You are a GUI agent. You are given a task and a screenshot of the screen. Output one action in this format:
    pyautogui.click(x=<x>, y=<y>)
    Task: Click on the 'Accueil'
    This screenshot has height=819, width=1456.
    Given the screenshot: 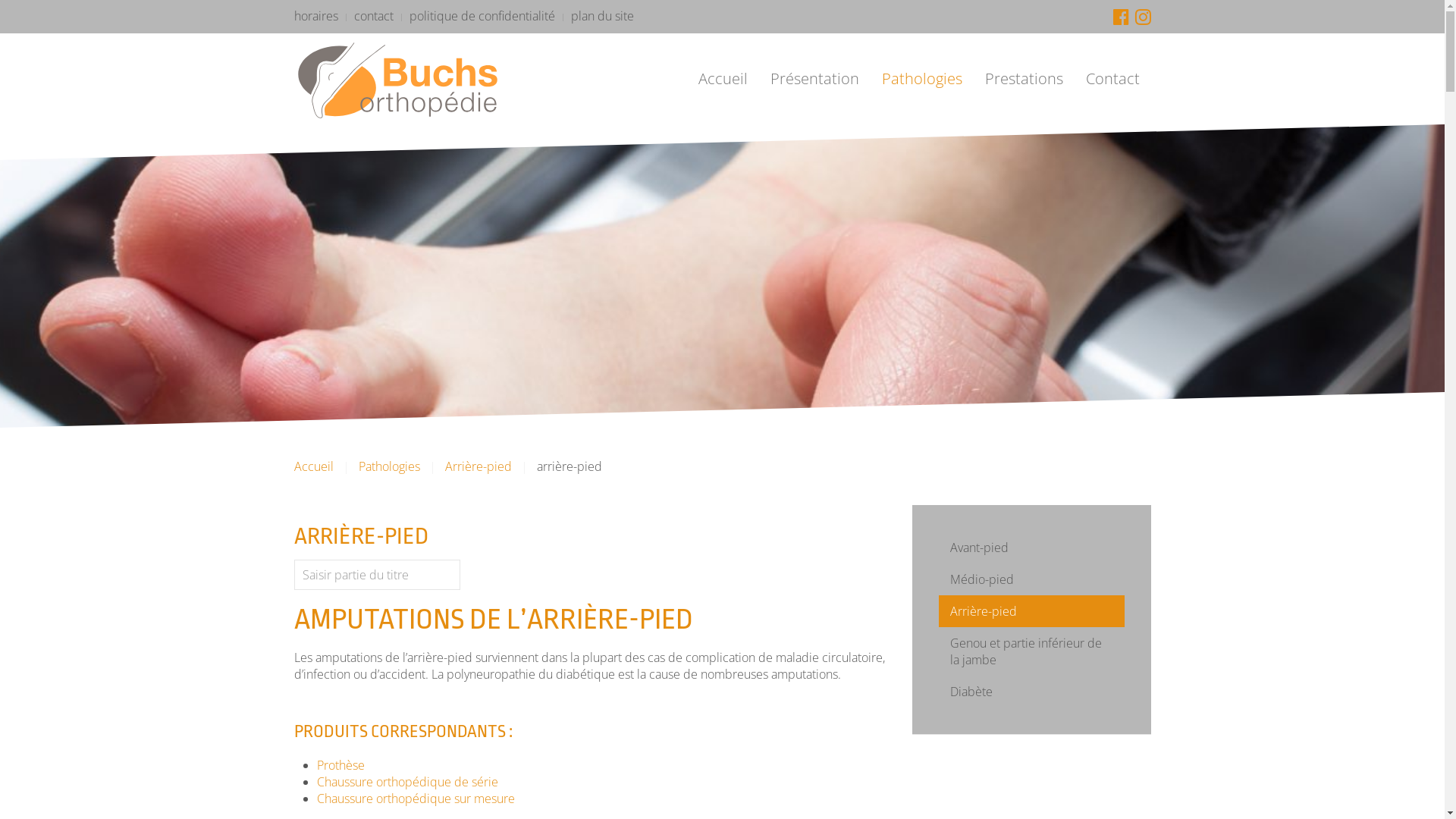 What is the action you would take?
    pyautogui.click(x=312, y=465)
    